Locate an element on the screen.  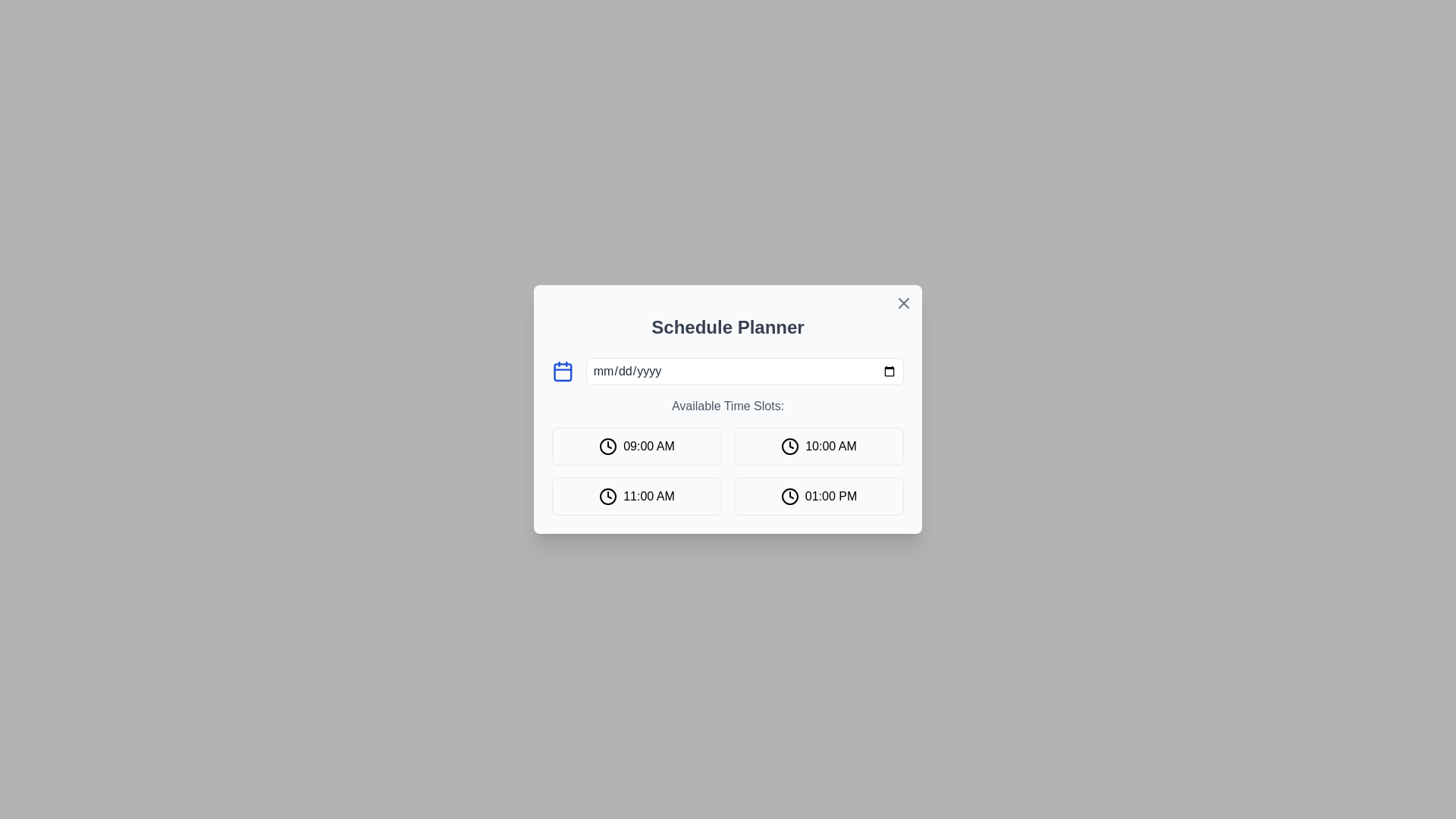
the bold, large text label reading 'Schedule Planner' that is centered at the top of the modal or card is located at coordinates (728, 327).